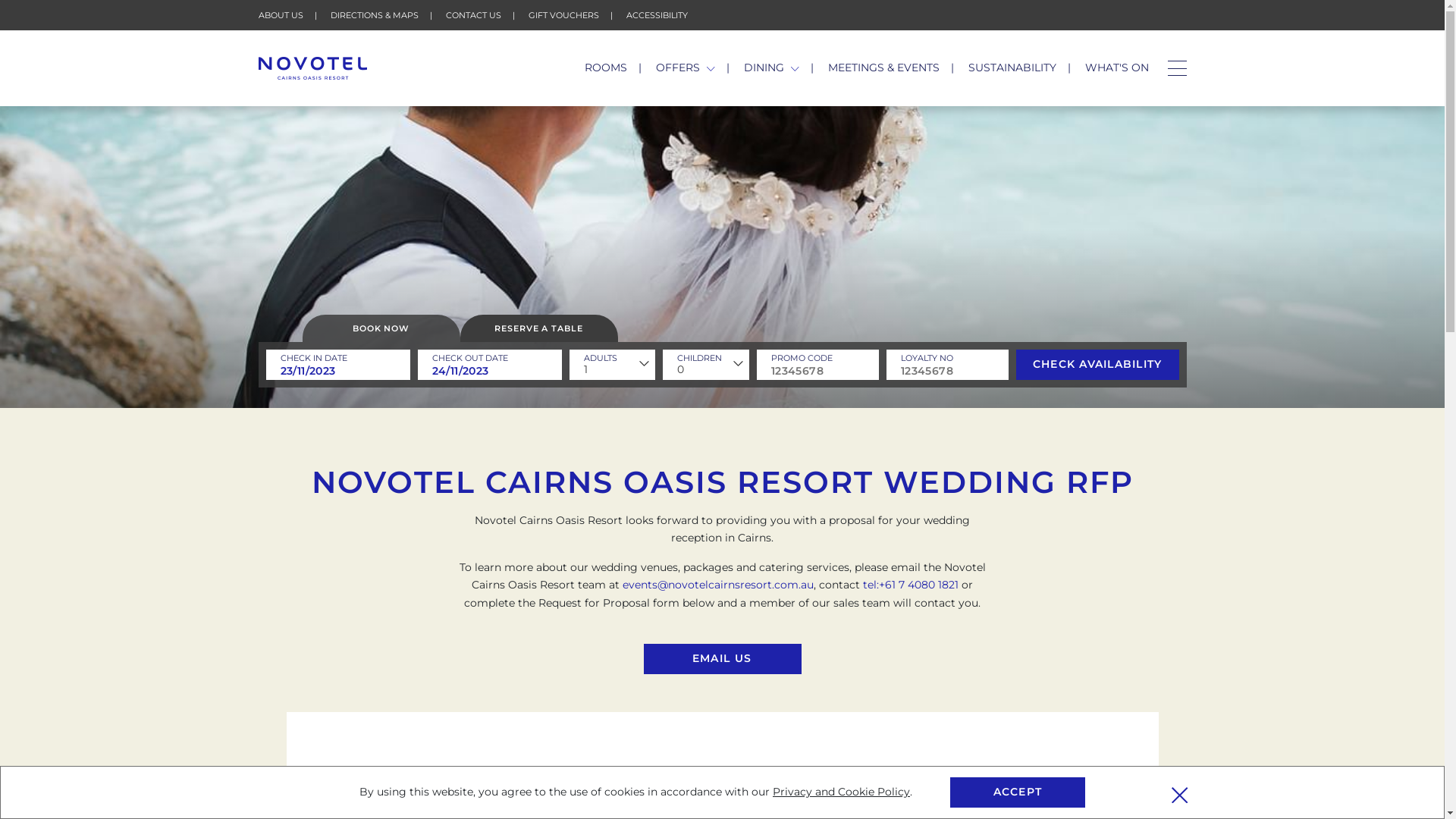 Image resolution: width=1456 pixels, height=819 pixels. What do you see at coordinates (1018, 792) in the screenshot?
I see `'ACCEPT'` at bounding box center [1018, 792].